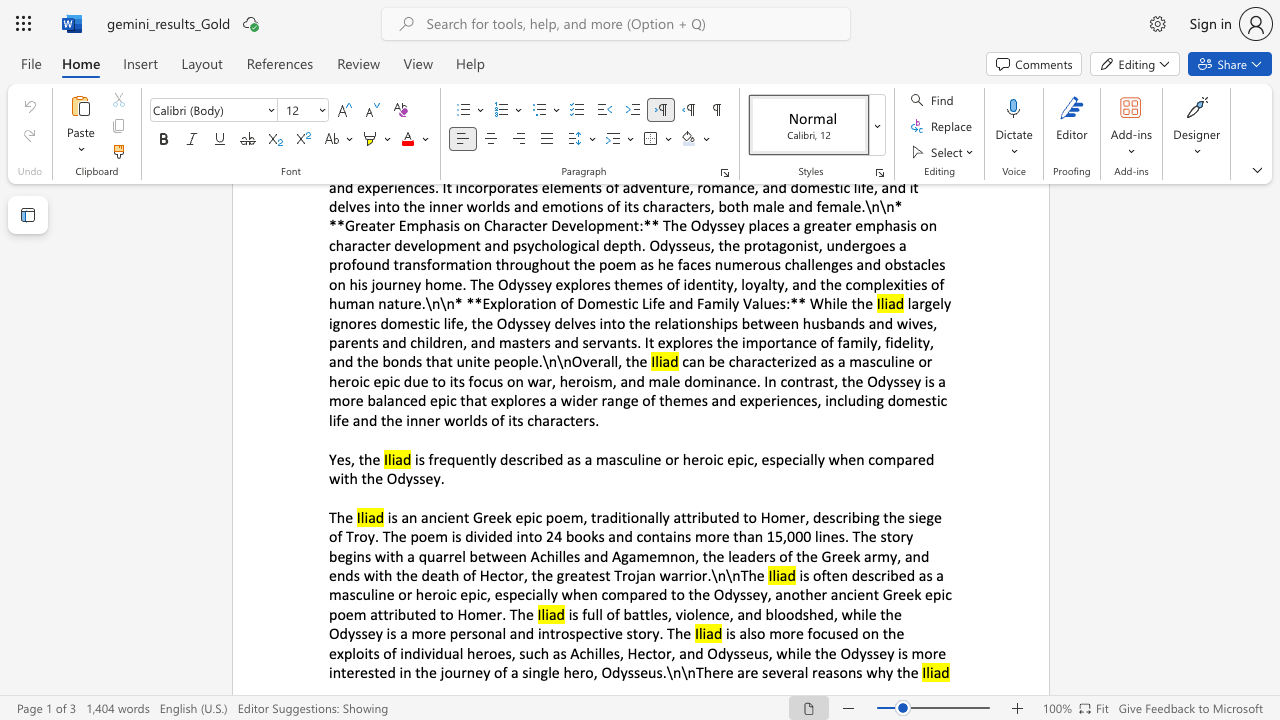 Image resolution: width=1280 pixels, height=720 pixels. Describe the element at coordinates (707, 575) in the screenshot. I see `the subset text ".\n\nTh" within the text "is an ancient Greek epic poem, traditionally attributed to Homer, describing the siege of Troy. The poem is divided into 24 books and contains more than 15,000 lines. The story begins with a quarrel between Achilles and Agamemnon, the leaders of the Greek army, and ends with the death of Hector, the greatest Trojan warrior.\n\nThe"` at that location.